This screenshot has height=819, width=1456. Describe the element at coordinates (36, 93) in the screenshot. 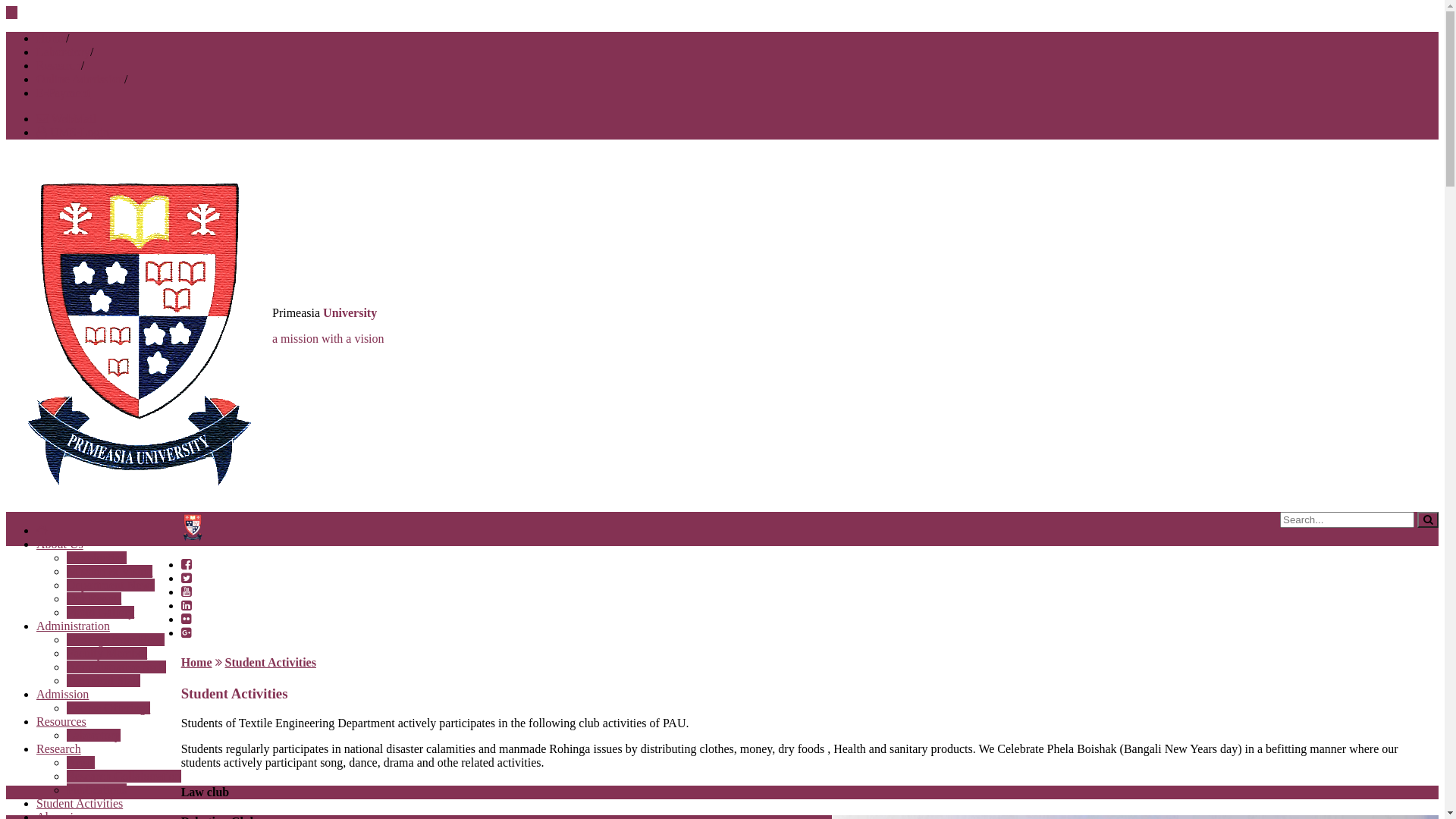

I see `'E-Payment'` at that location.